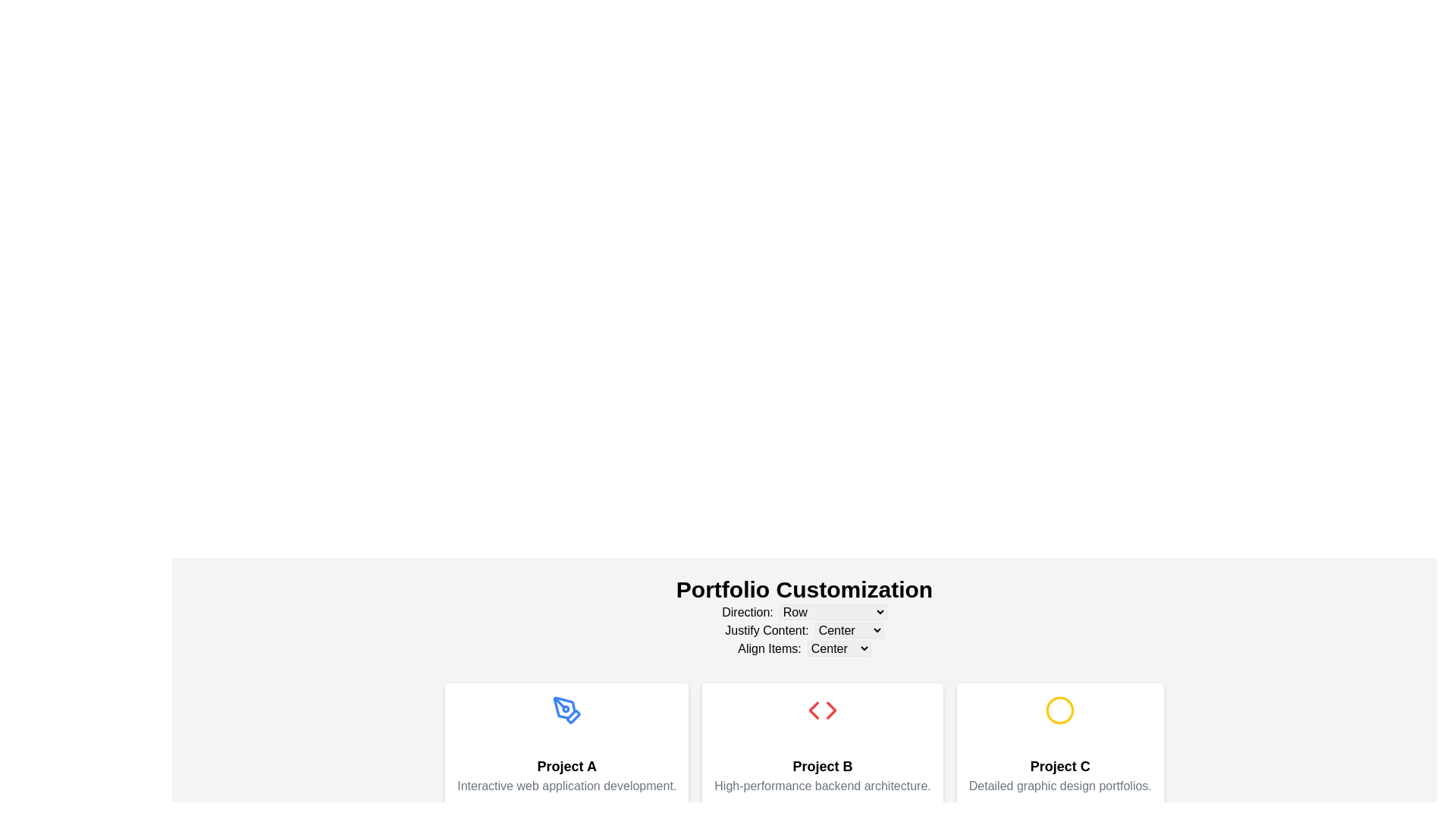  Describe the element at coordinates (566, 718) in the screenshot. I see `the icon representing 'Project A', which is centrally located in the first card under the 'Portfolio Customization' heading` at that location.